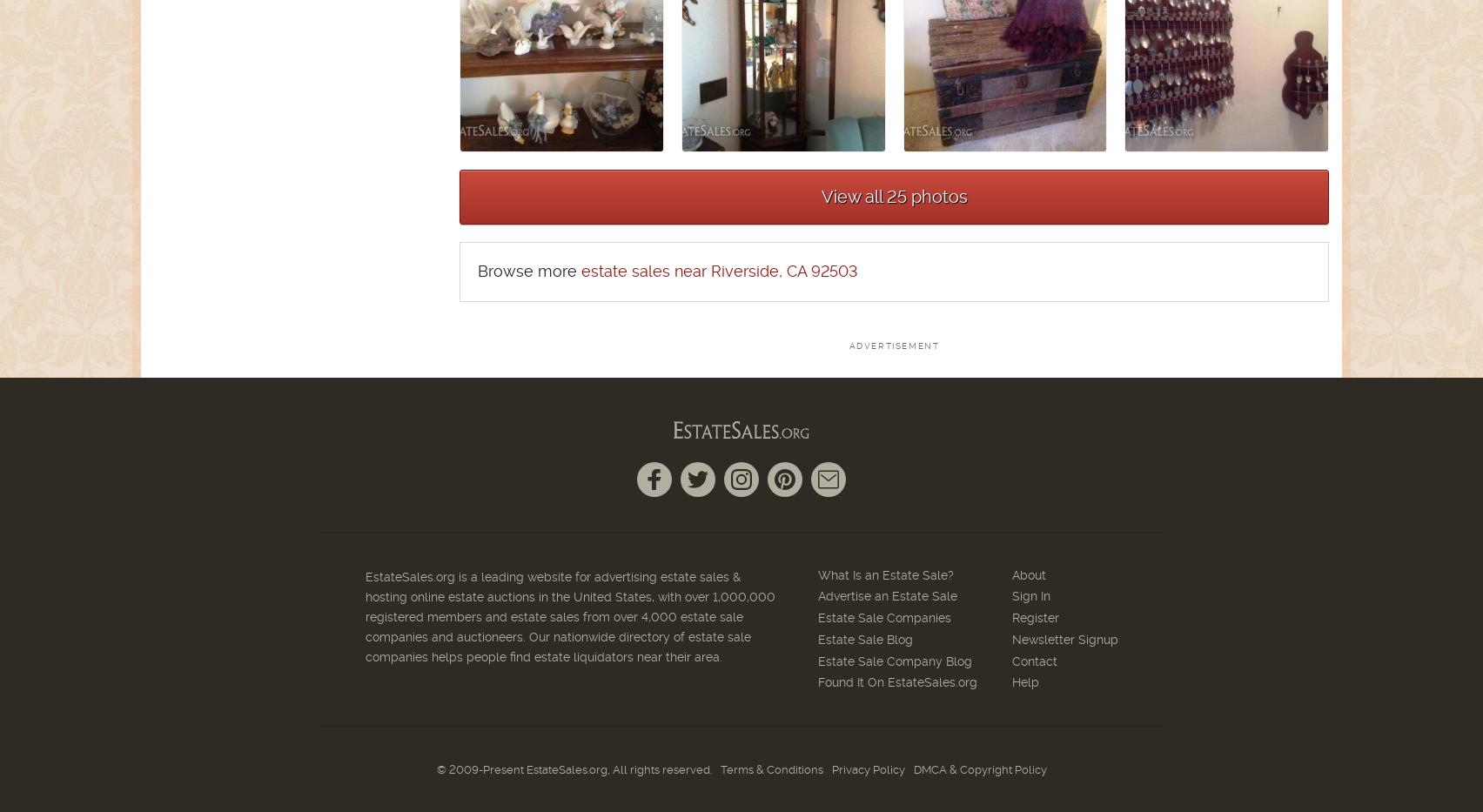 Image resolution: width=1483 pixels, height=812 pixels. What do you see at coordinates (1063, 637) in the screenshot?
I see `'Newsletter Signup'` at bounding box center [1063, 637].